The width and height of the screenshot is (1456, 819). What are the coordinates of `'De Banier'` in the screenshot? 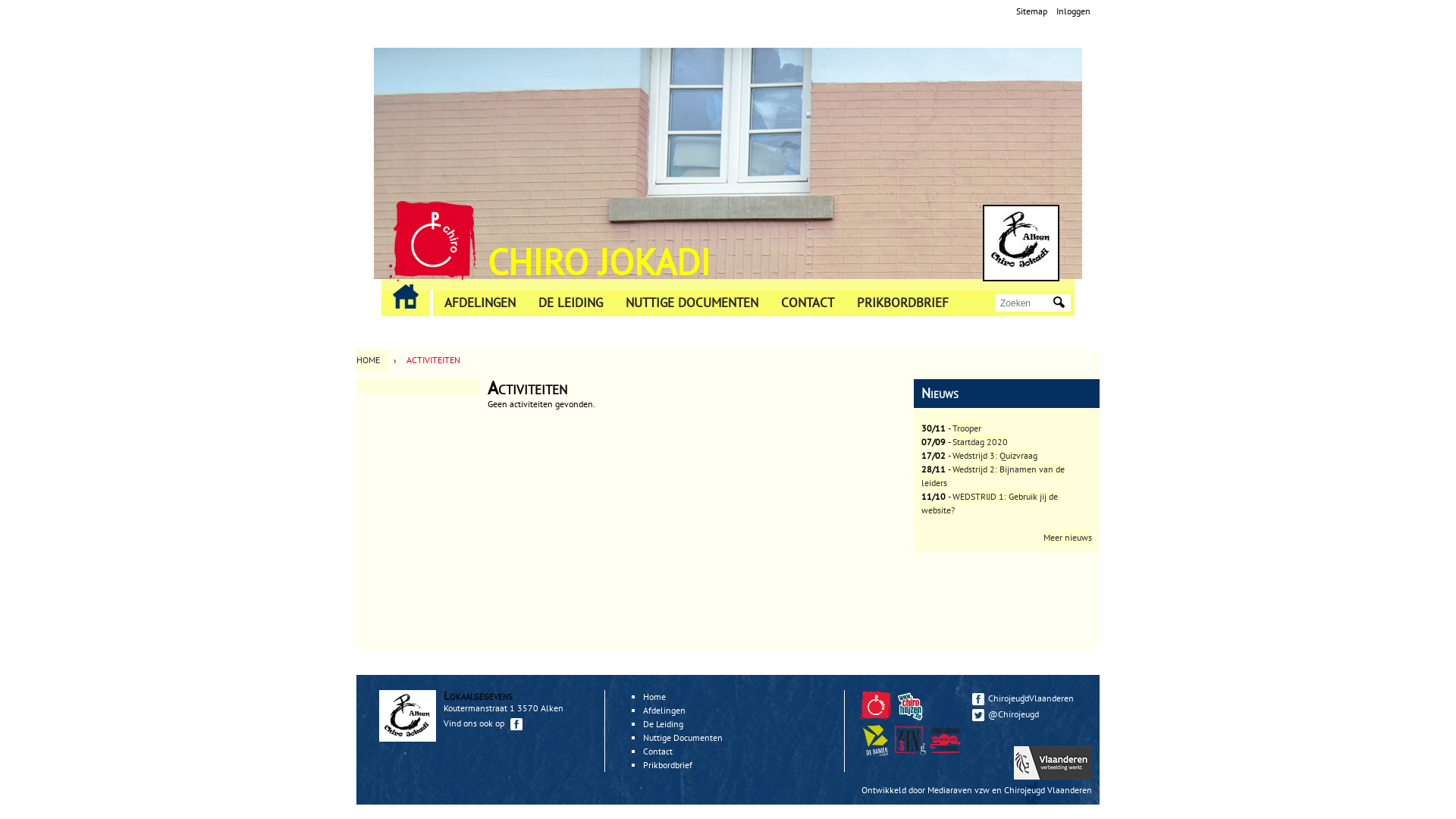 It's located at (877, 752).